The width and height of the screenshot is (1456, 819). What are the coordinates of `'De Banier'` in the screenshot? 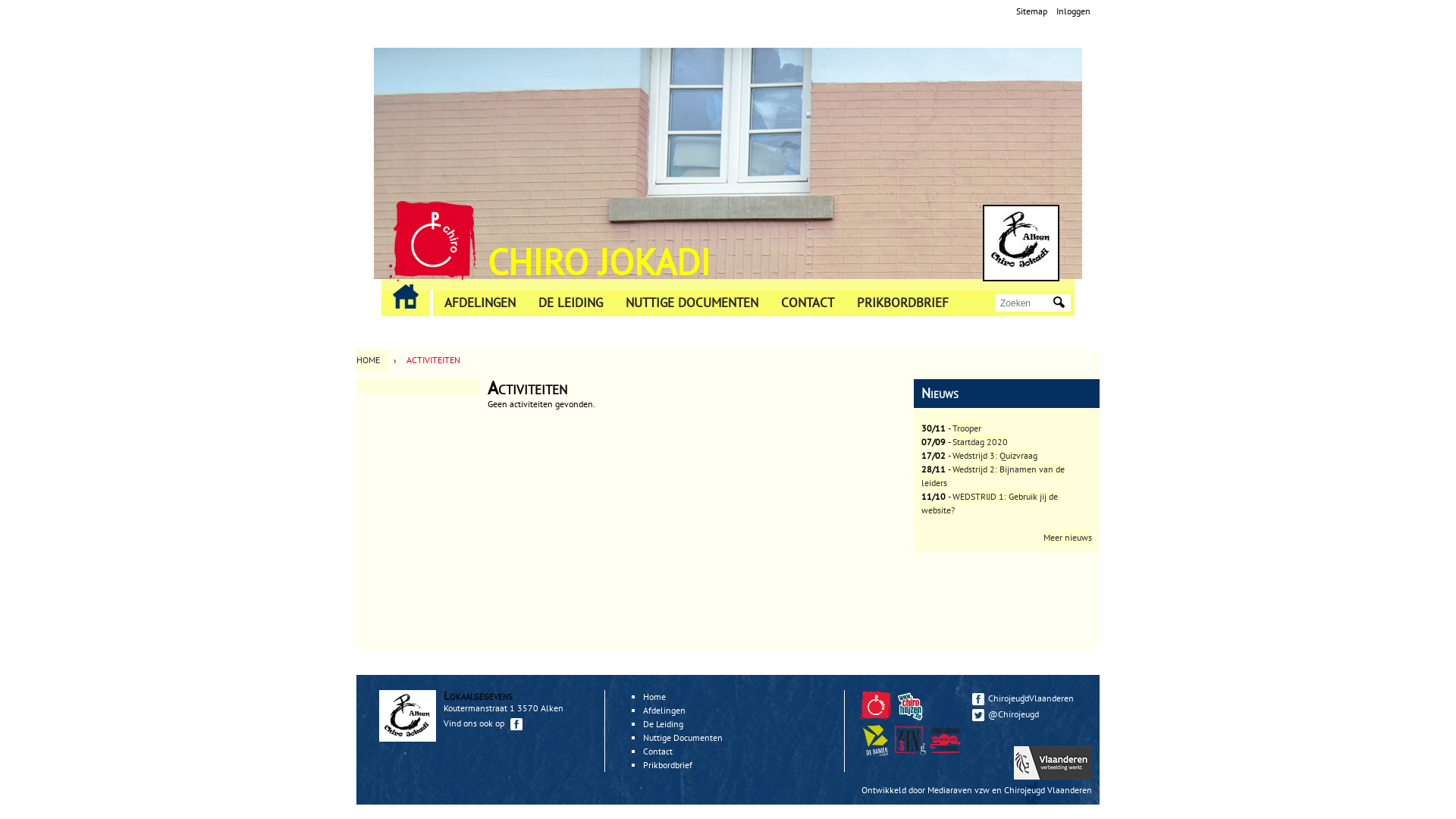 It's located at (877, 752).